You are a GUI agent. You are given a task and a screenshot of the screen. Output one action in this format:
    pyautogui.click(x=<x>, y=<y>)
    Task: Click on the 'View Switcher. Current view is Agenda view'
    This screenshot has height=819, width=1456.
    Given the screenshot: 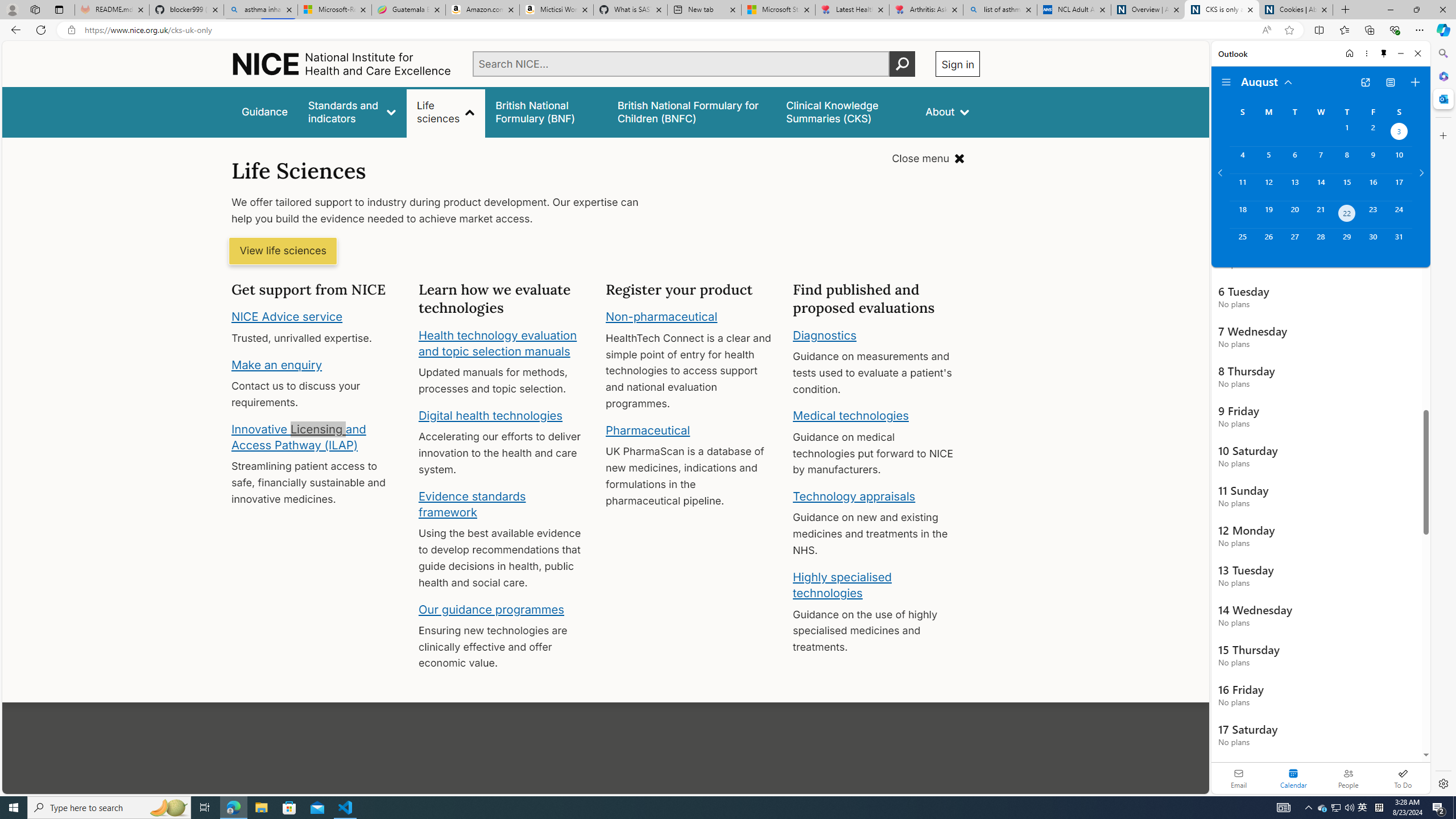 What is the action you would take?
    pyautogui.click(x=1389, y=82)
    